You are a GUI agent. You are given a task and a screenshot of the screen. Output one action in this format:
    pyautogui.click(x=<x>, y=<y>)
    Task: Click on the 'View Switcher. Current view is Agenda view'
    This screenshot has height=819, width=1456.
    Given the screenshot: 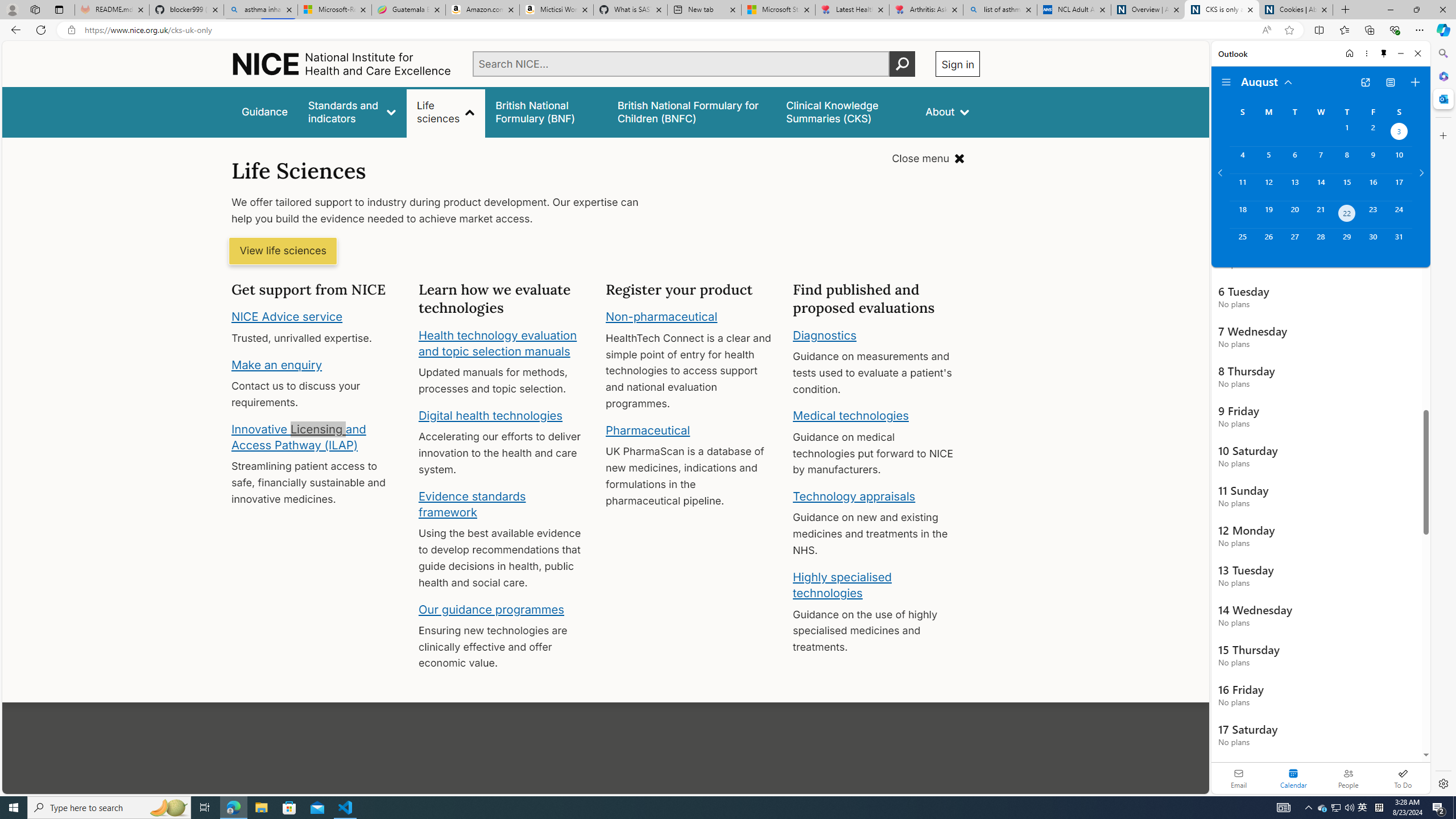 What is the action you would take?
    pyautogui.click(x=1389, y=82)
    